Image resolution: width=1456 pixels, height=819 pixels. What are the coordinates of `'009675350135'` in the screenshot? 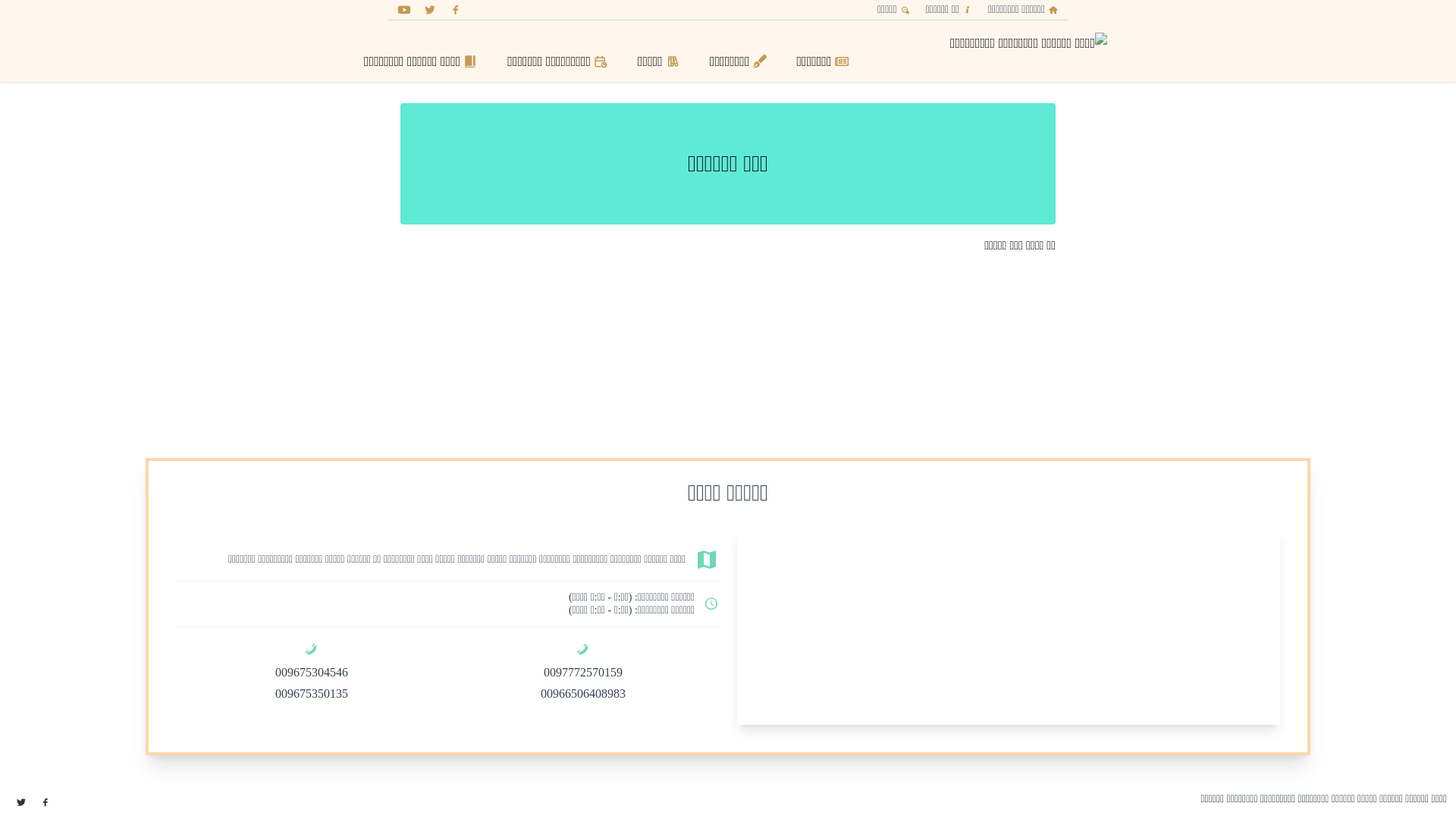 It's located at (311, 693).